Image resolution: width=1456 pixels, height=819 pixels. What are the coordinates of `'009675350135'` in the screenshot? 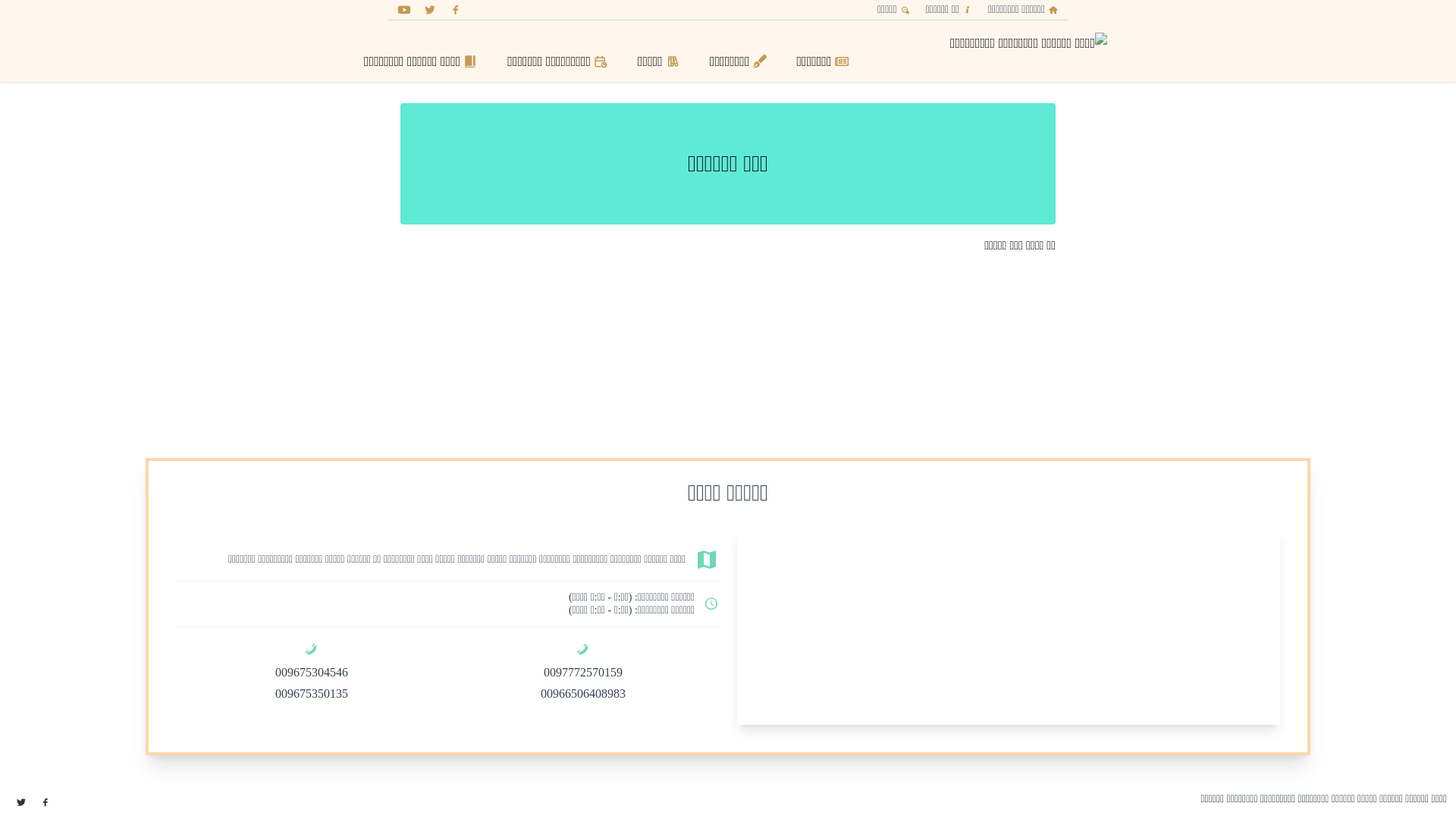 It's located at (311, 693).